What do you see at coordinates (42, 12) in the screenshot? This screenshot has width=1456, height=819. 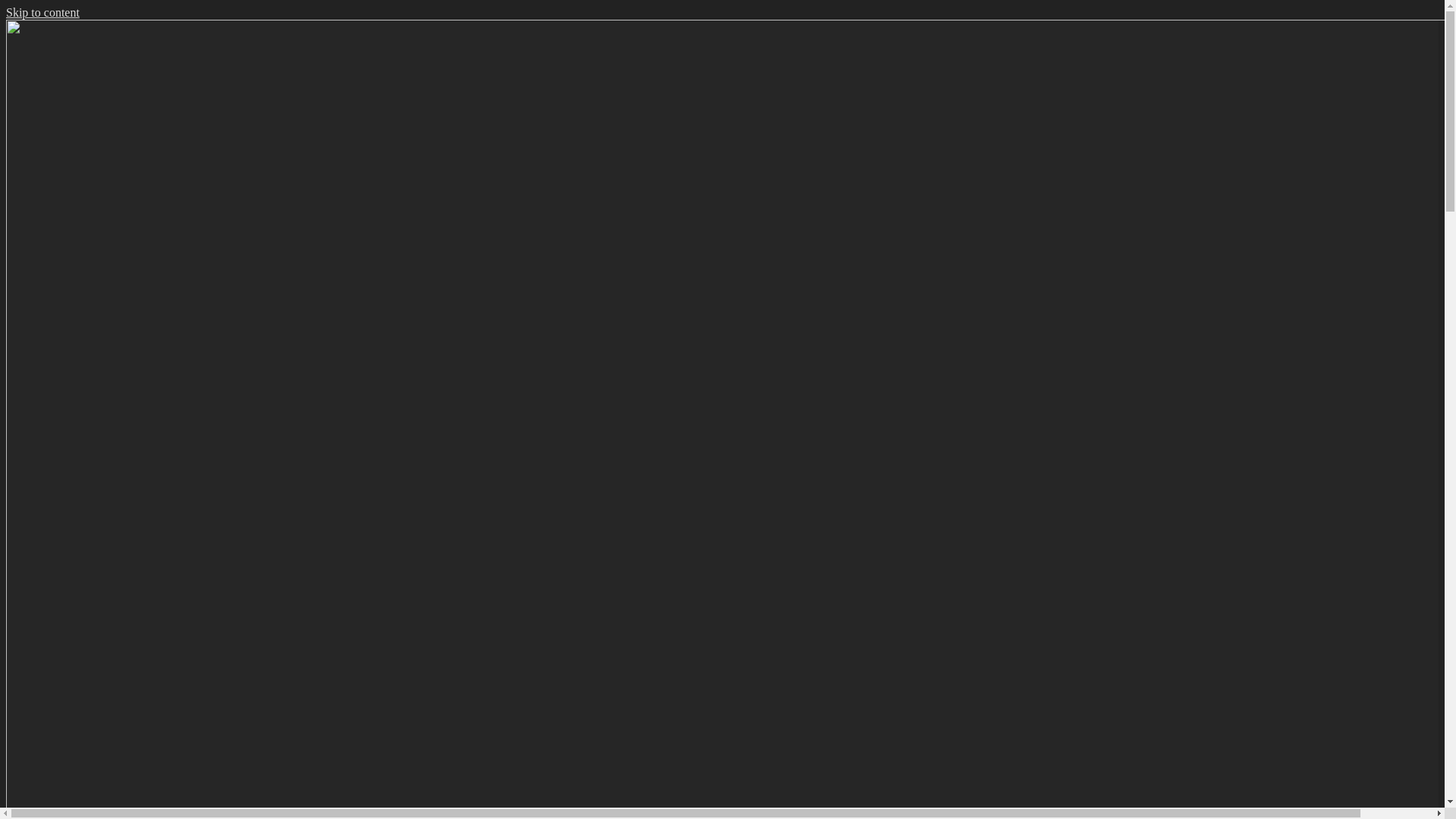 I see `'Skip to content'` at bounding box center [42, 12].